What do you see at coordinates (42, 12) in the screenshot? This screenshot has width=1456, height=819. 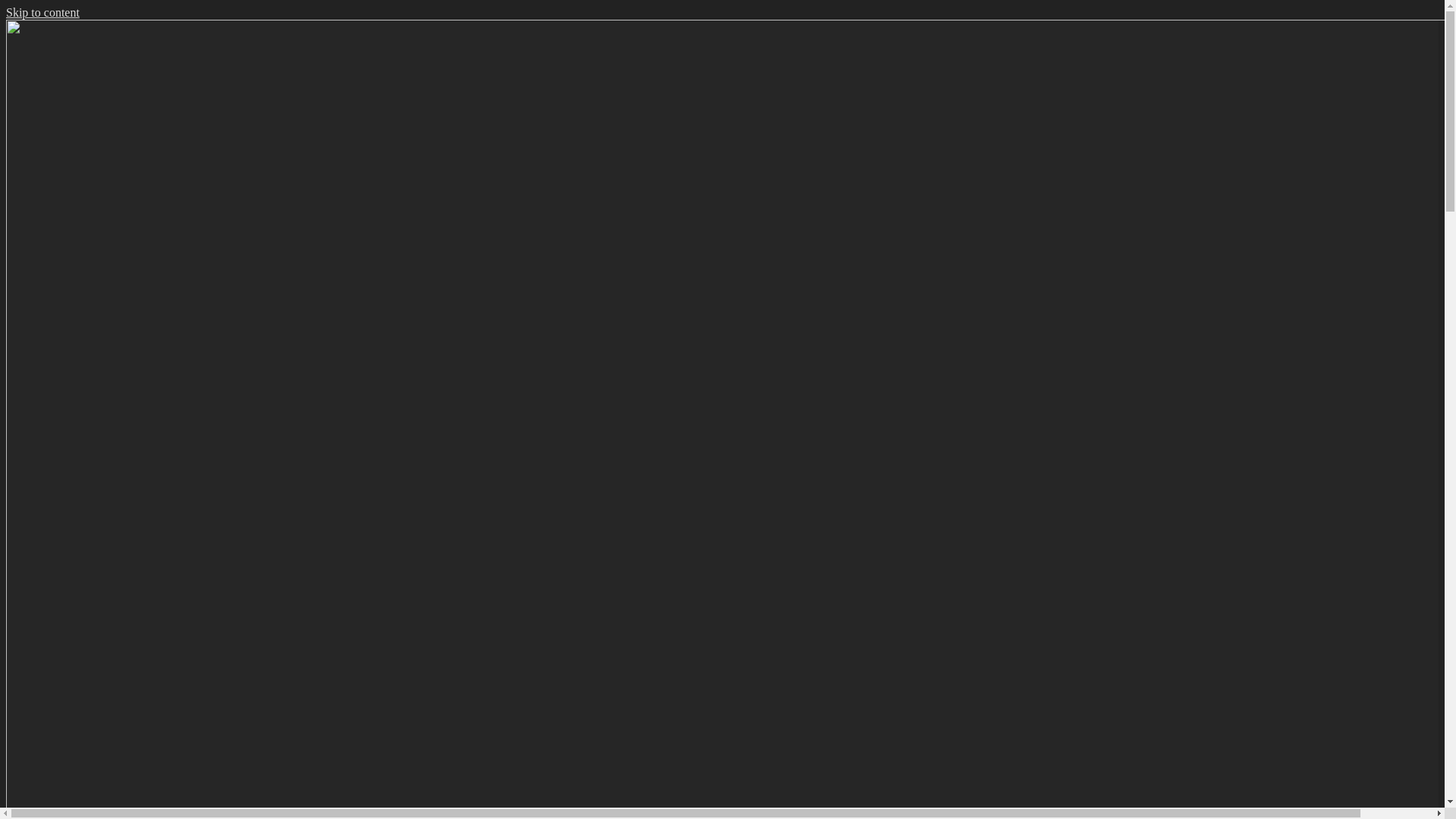 I see `'Skip to content'` at bounding box center [42, 12].